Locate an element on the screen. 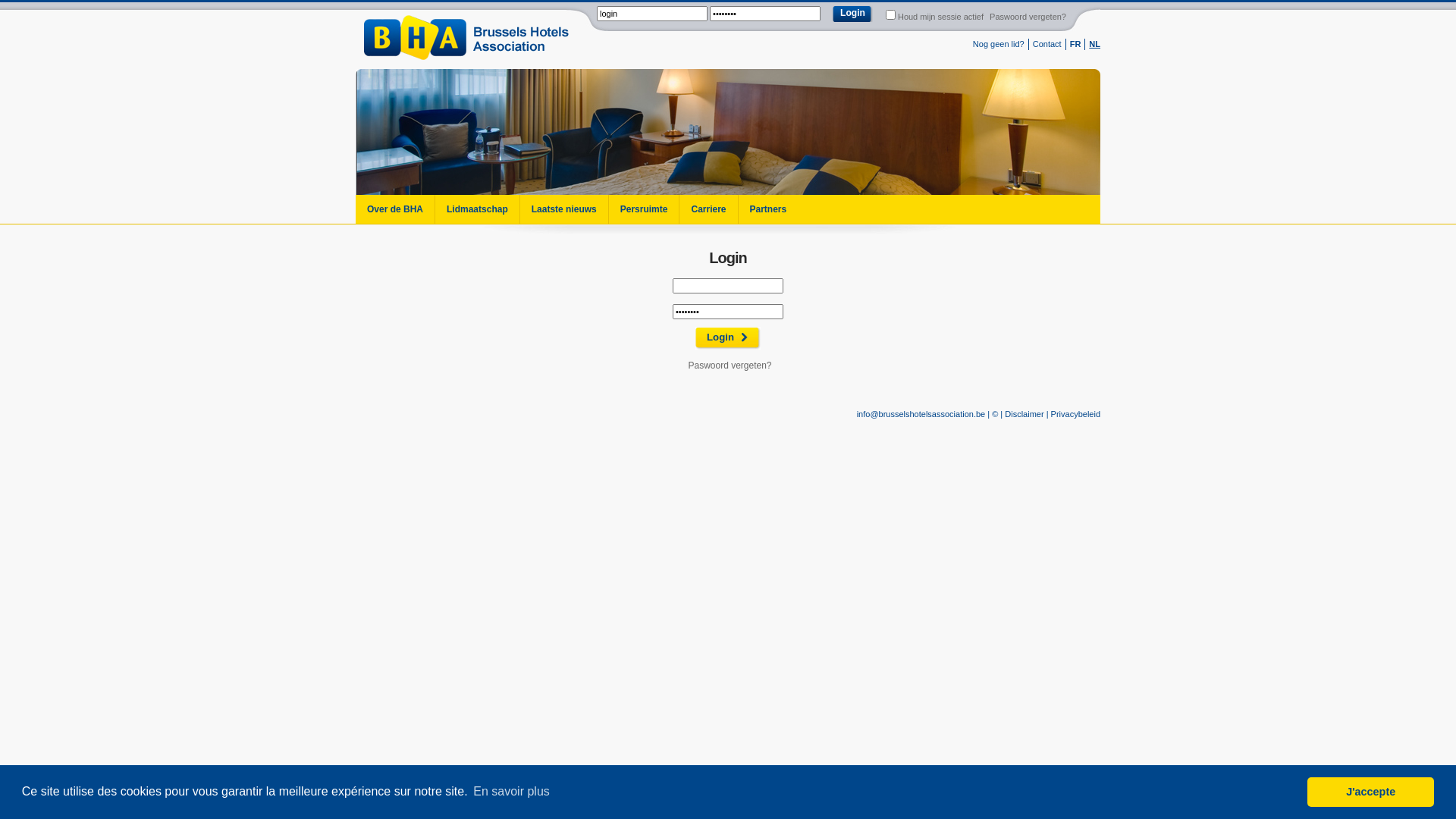 The image size is (1456, 819). 'Privacybeleid' is located at coordinates (1050, 414).